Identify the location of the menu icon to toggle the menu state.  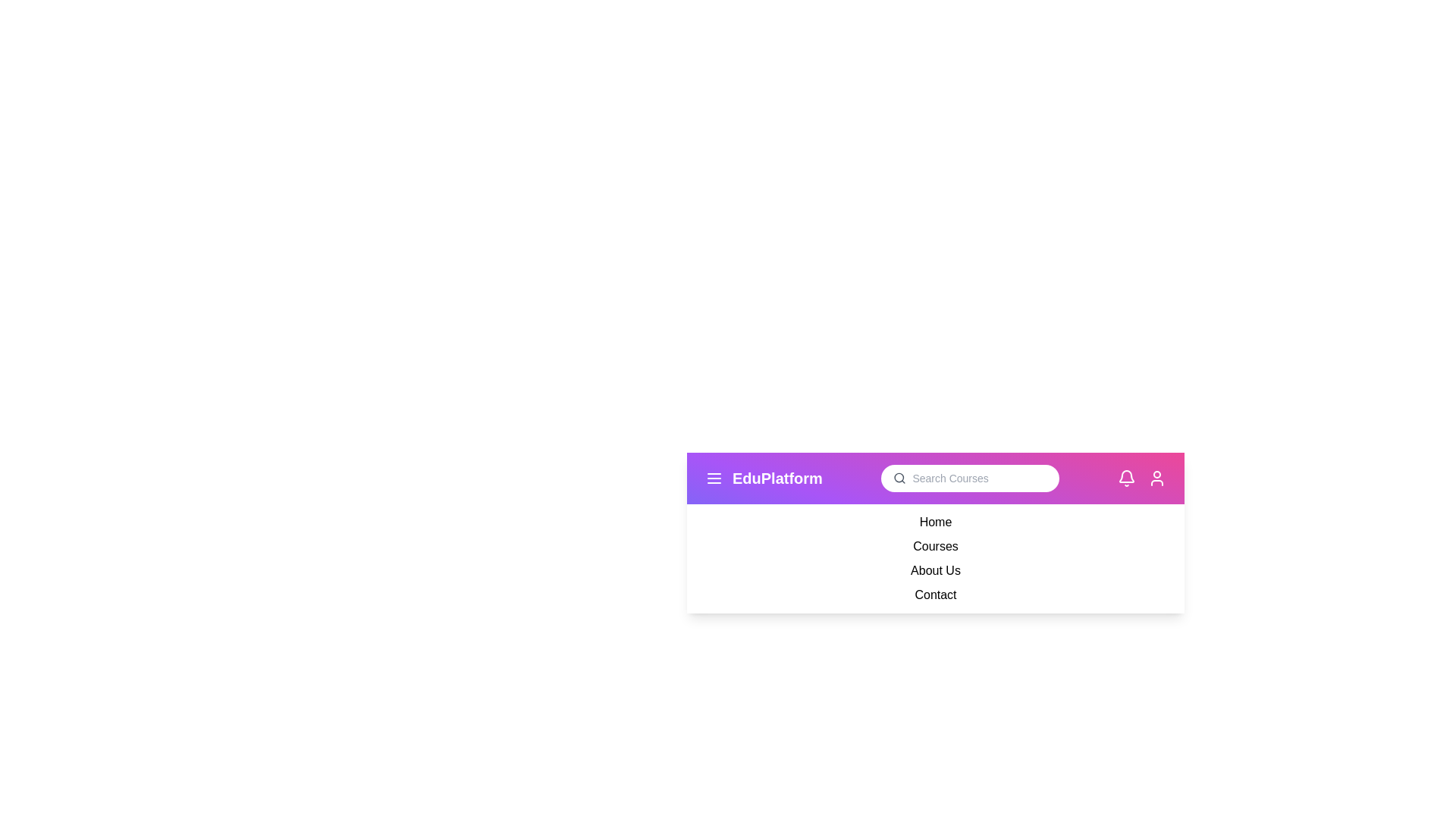
(713, 479).